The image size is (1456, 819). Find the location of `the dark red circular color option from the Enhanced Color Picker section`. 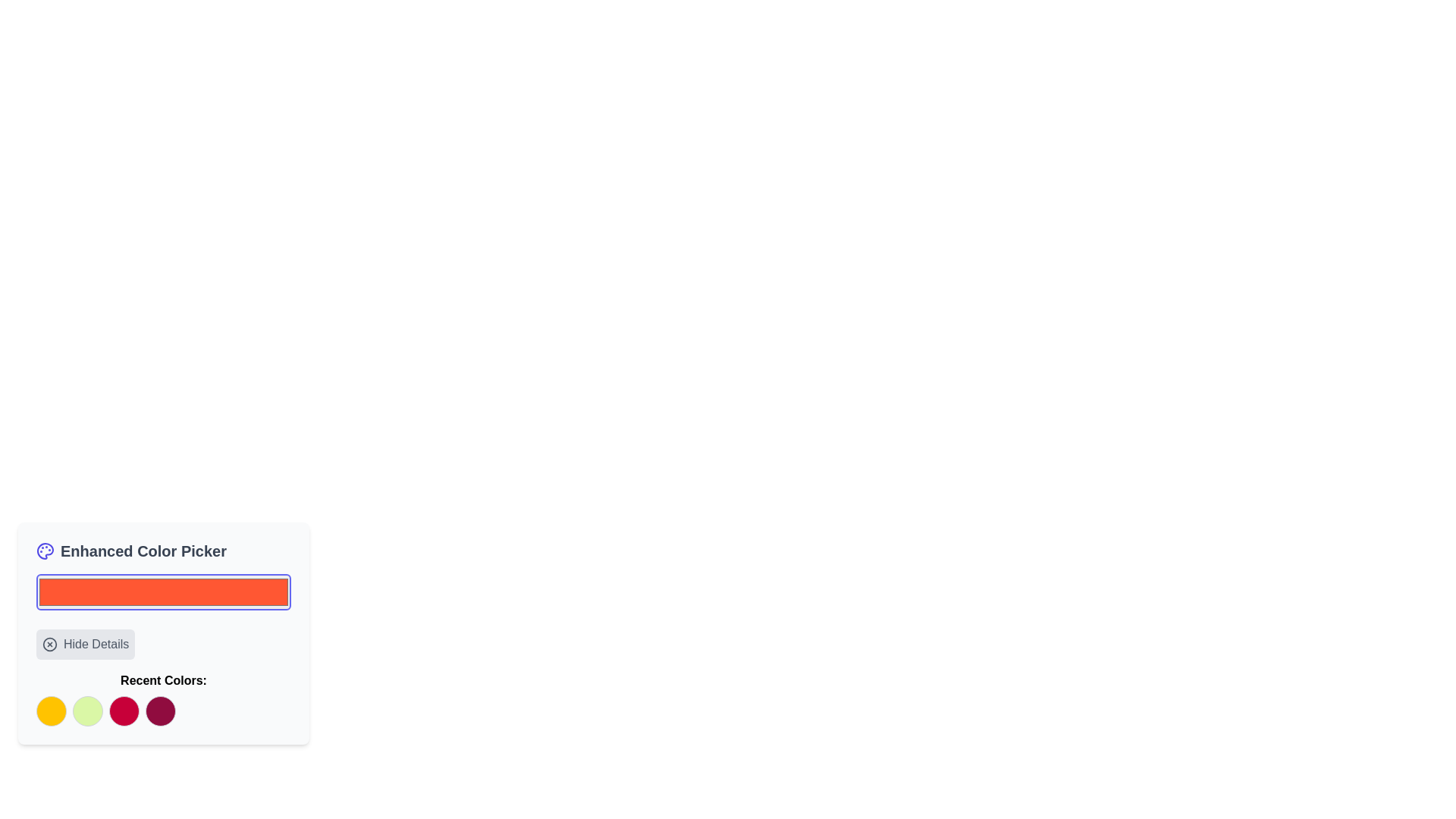

the dark red circular color option from the Enhanced Color Picker section is located at coordinates (160, 711).